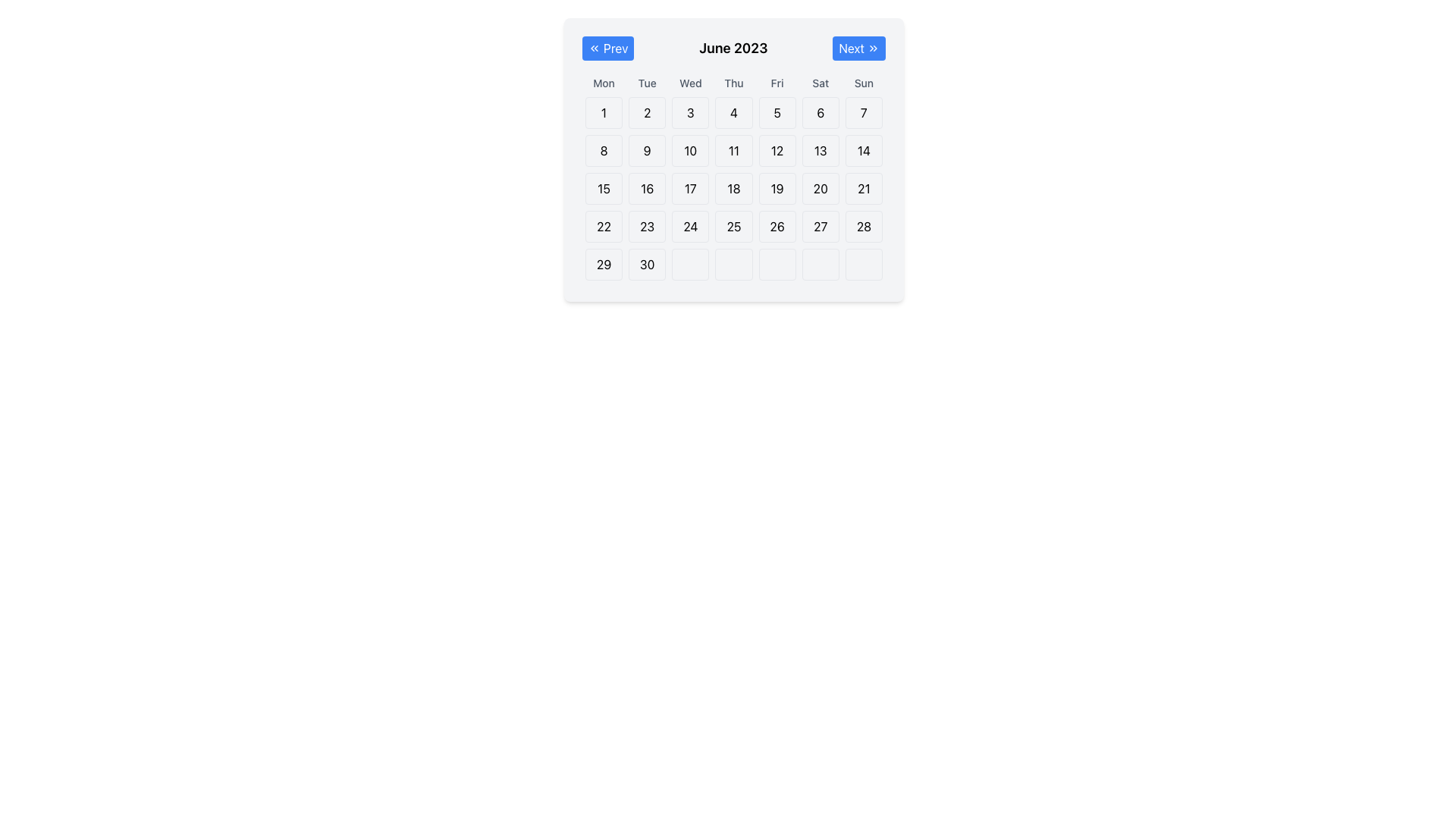  I want to click on the numeric date '11' in the grouped numeric calendar dates, so click(734, 151).